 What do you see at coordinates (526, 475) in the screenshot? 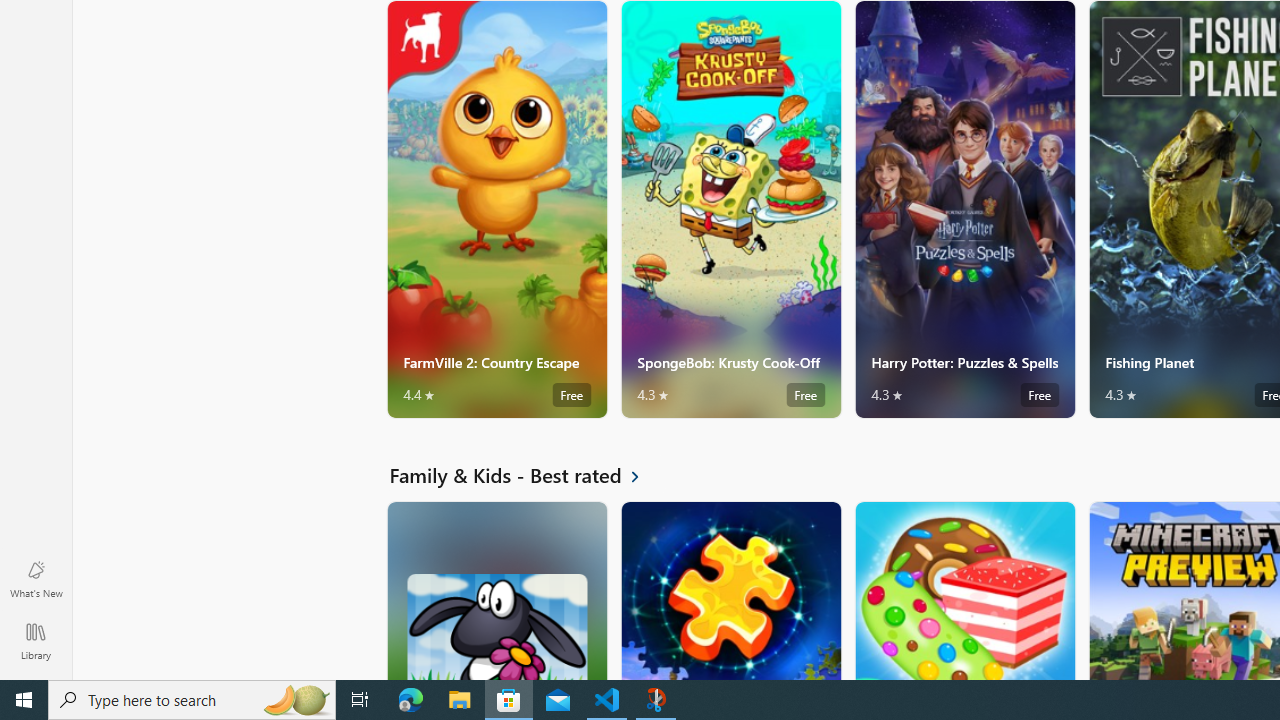
I see `'See all  Family & Kids - Best rated'` at bounding box center [526, 475].